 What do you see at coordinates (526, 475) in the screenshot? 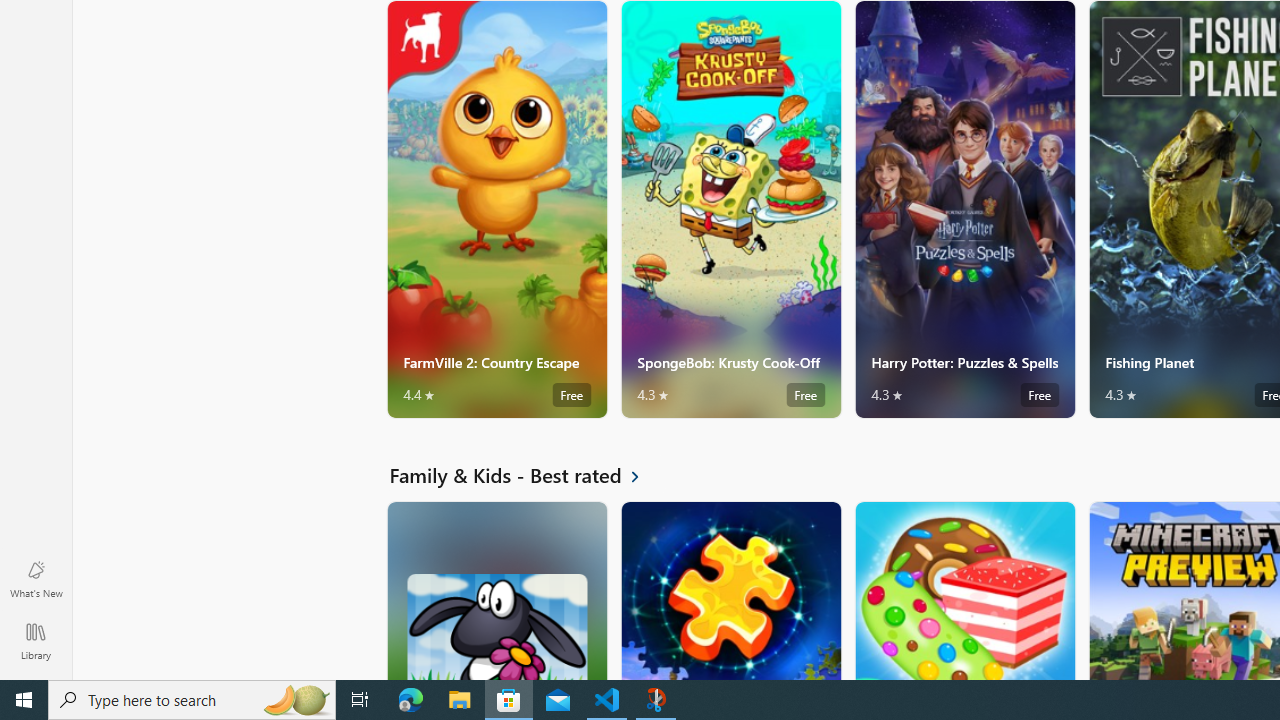
I see `'See all  Family & Kids - Best rated'` at bounding box center [526, 475].